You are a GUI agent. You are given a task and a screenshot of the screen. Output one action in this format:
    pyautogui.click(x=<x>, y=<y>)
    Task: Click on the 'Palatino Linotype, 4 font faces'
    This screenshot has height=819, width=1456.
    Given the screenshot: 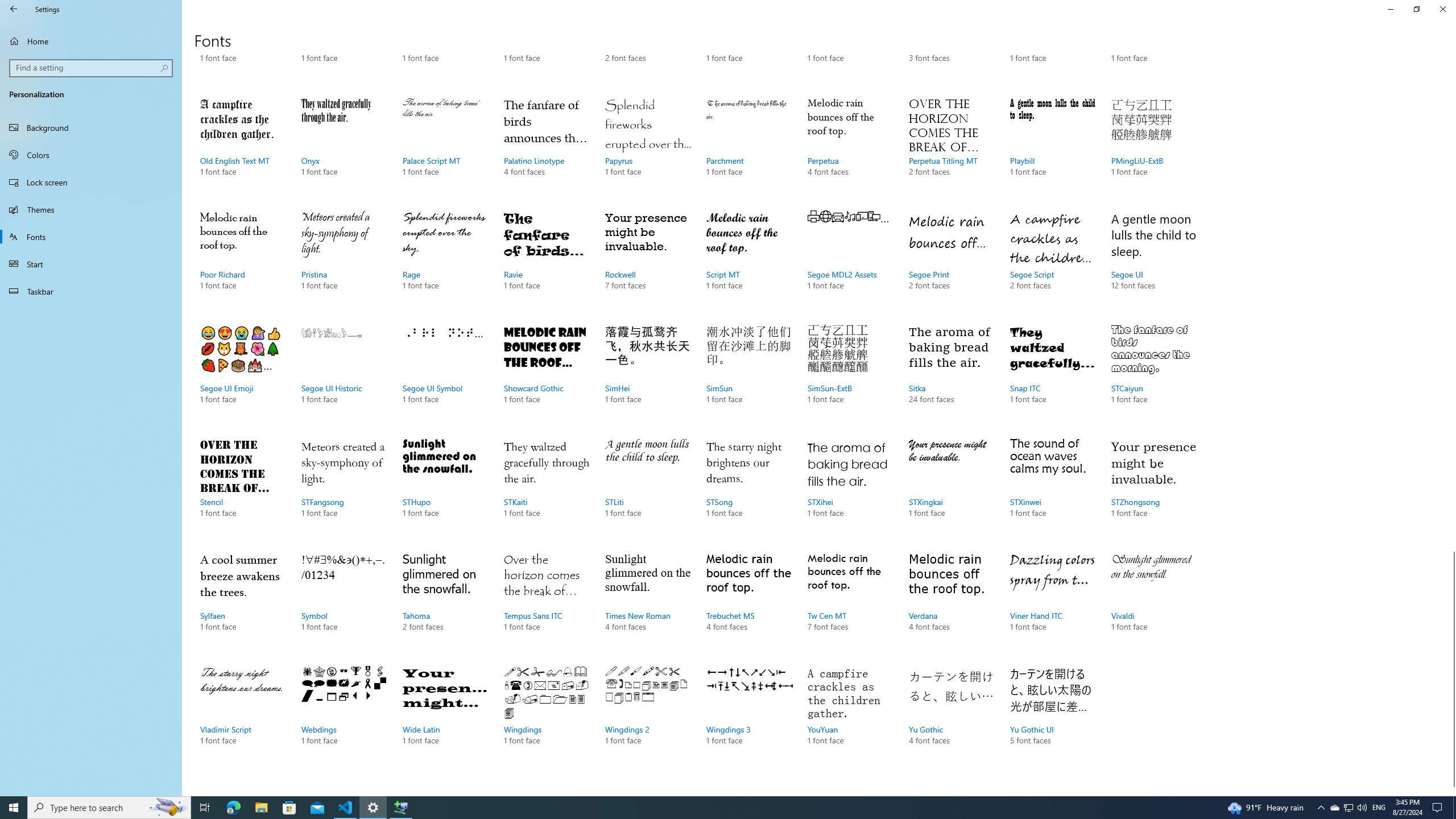 What is the action you would take?
    pyautogui.click(x=545, y=148)
    